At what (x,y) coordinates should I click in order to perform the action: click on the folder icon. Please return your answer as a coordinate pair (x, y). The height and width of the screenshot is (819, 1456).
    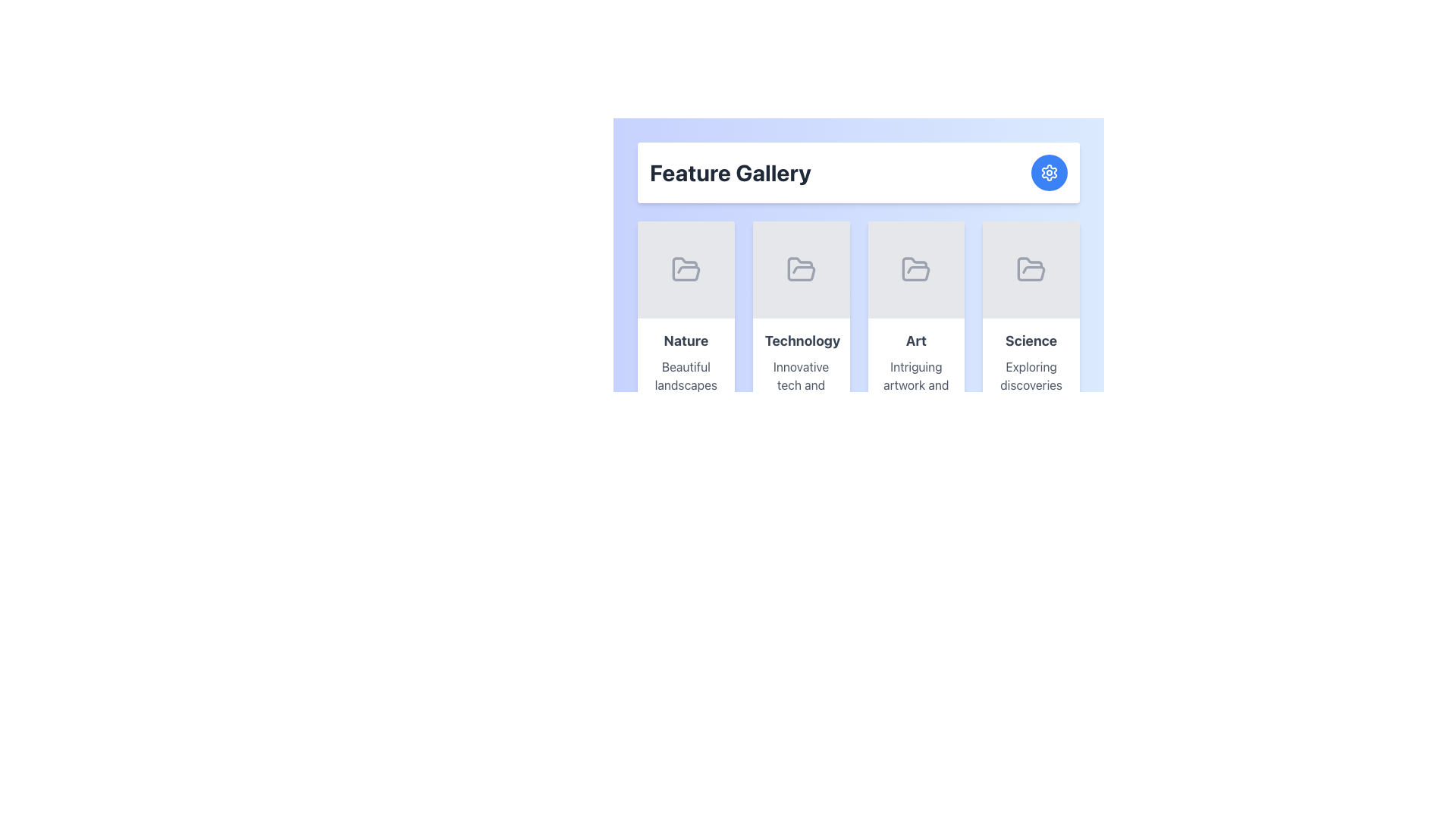
    Looking at the image, I should click on (800, 268).